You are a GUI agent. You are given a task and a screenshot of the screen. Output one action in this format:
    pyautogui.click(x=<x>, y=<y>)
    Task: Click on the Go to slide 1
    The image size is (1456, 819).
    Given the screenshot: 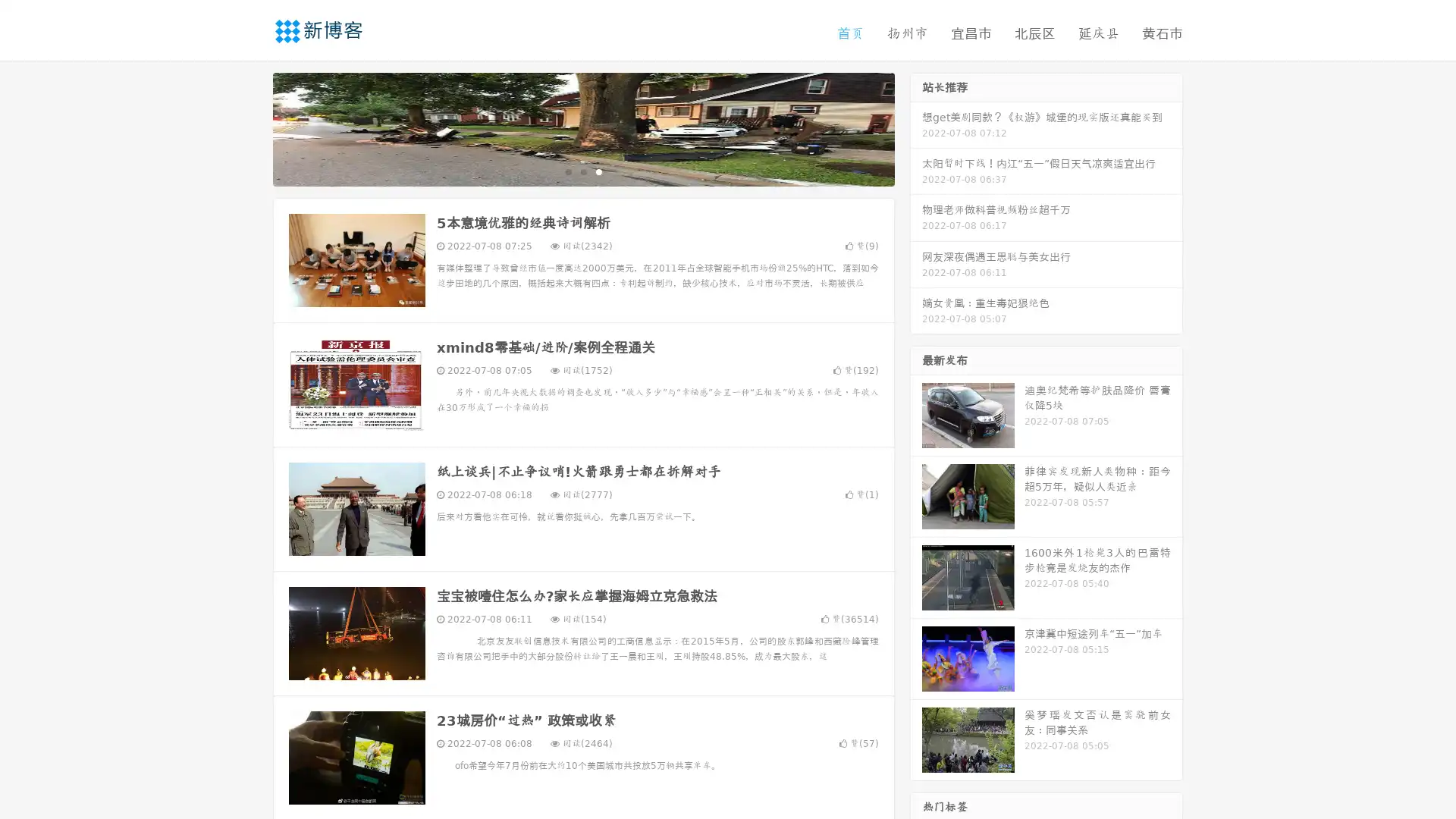 What is the action you would take?
    pyautogui.click(x=567, y=171)
    